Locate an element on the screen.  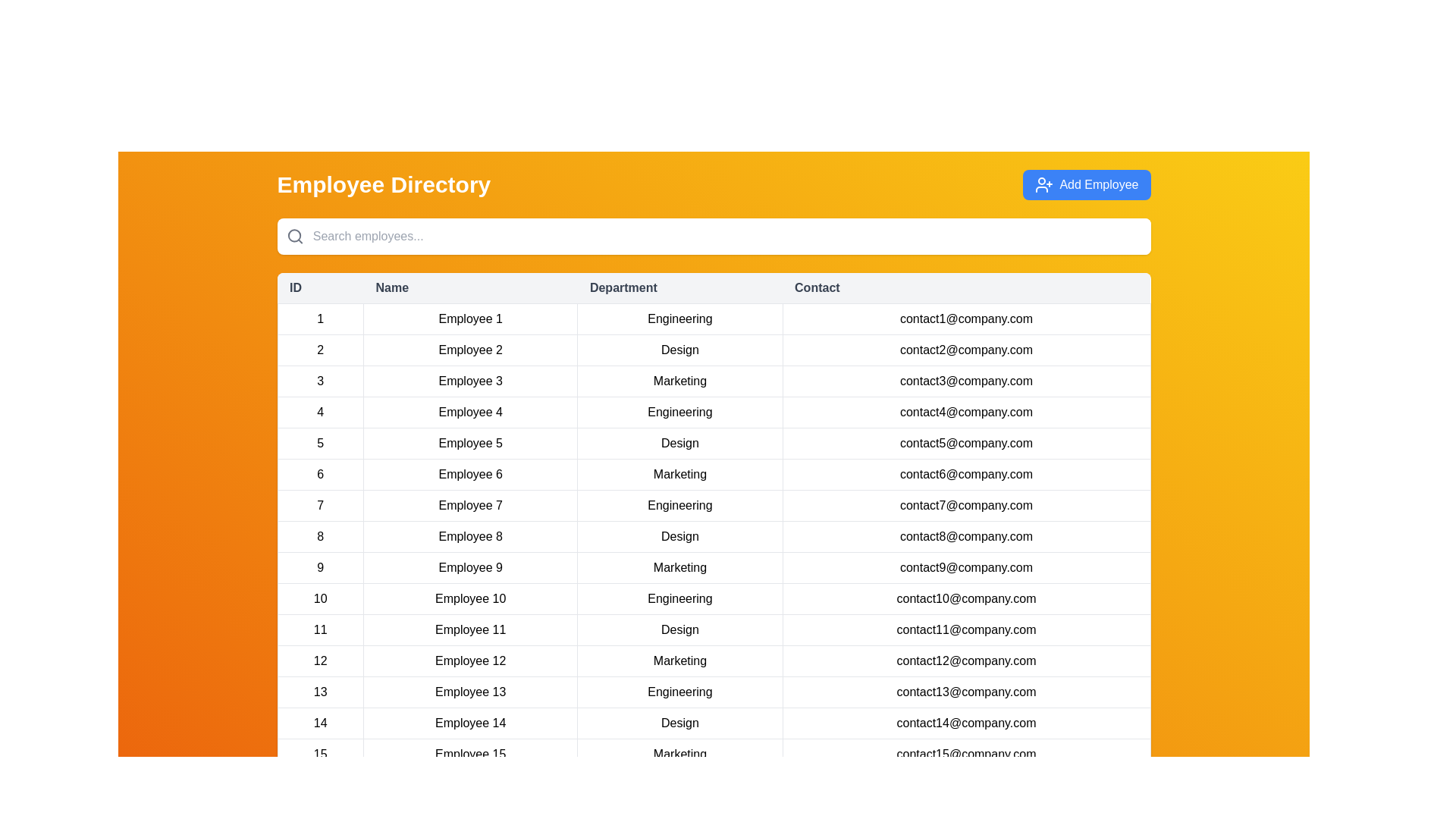
the 'Add Employee' button is located at coordinates (1086, 184).